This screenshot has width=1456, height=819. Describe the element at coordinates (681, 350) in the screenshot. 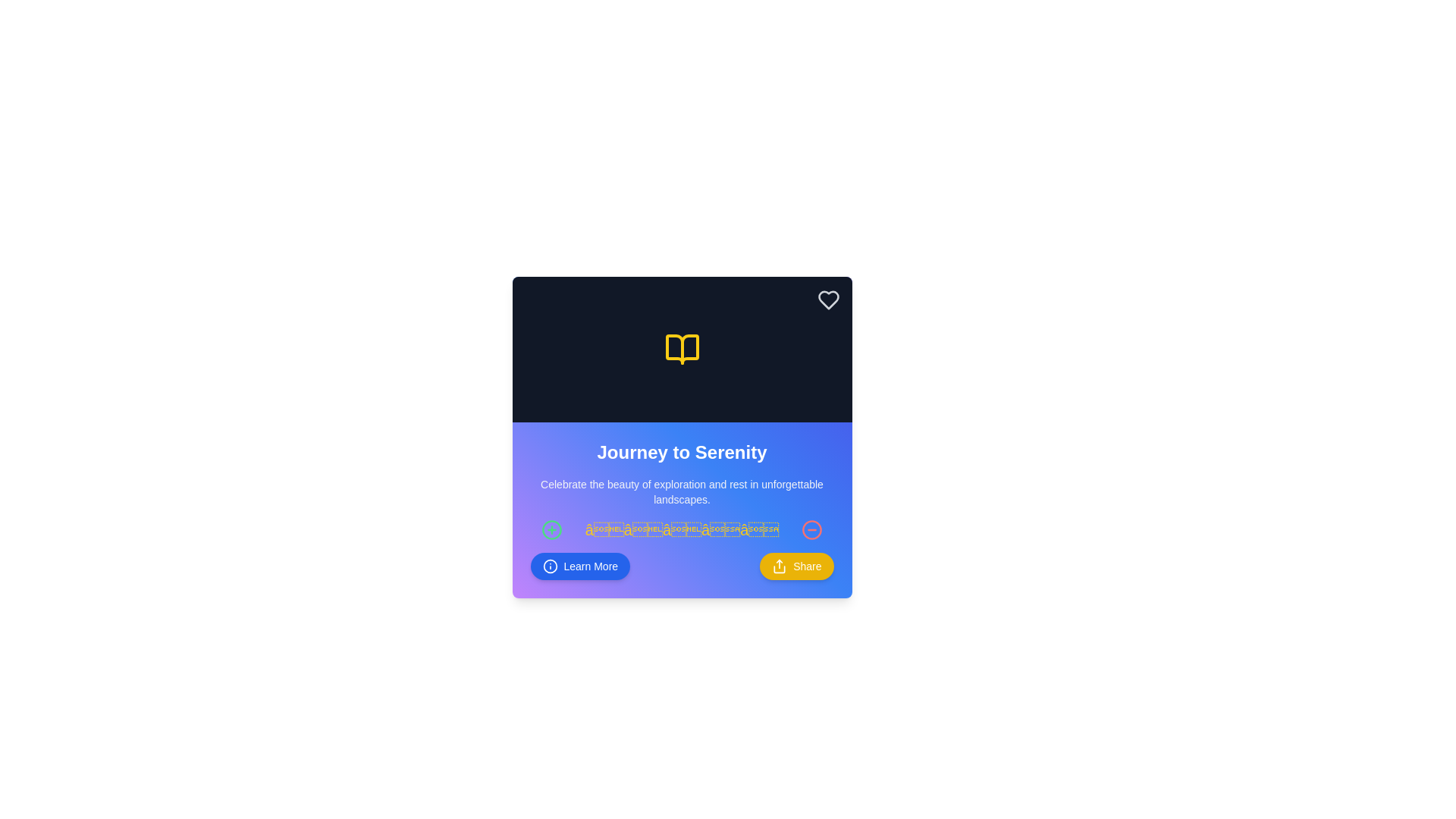

I see `the open book icon, which is displayed with yellow strokes on a dark navy-blue background, located at the center of the banner at the top of the card` at that location.